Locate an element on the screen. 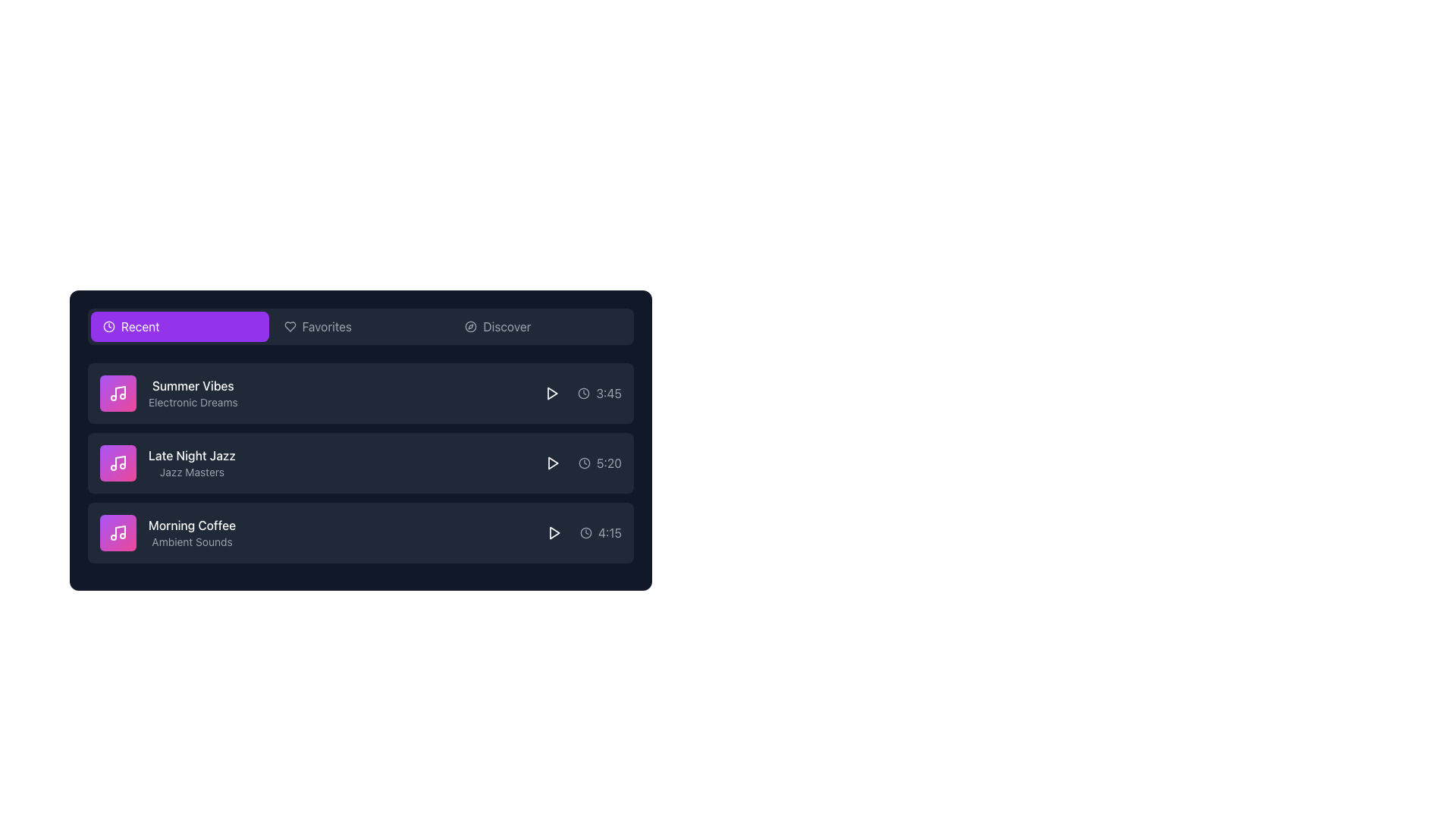 The height and width of the screenshot is (819, 1456). the small round clock icon with a thin circular outline located to the left of the time display '5:20' in the 'Late Night Jazz' list item is located at coordinates (583, 462).